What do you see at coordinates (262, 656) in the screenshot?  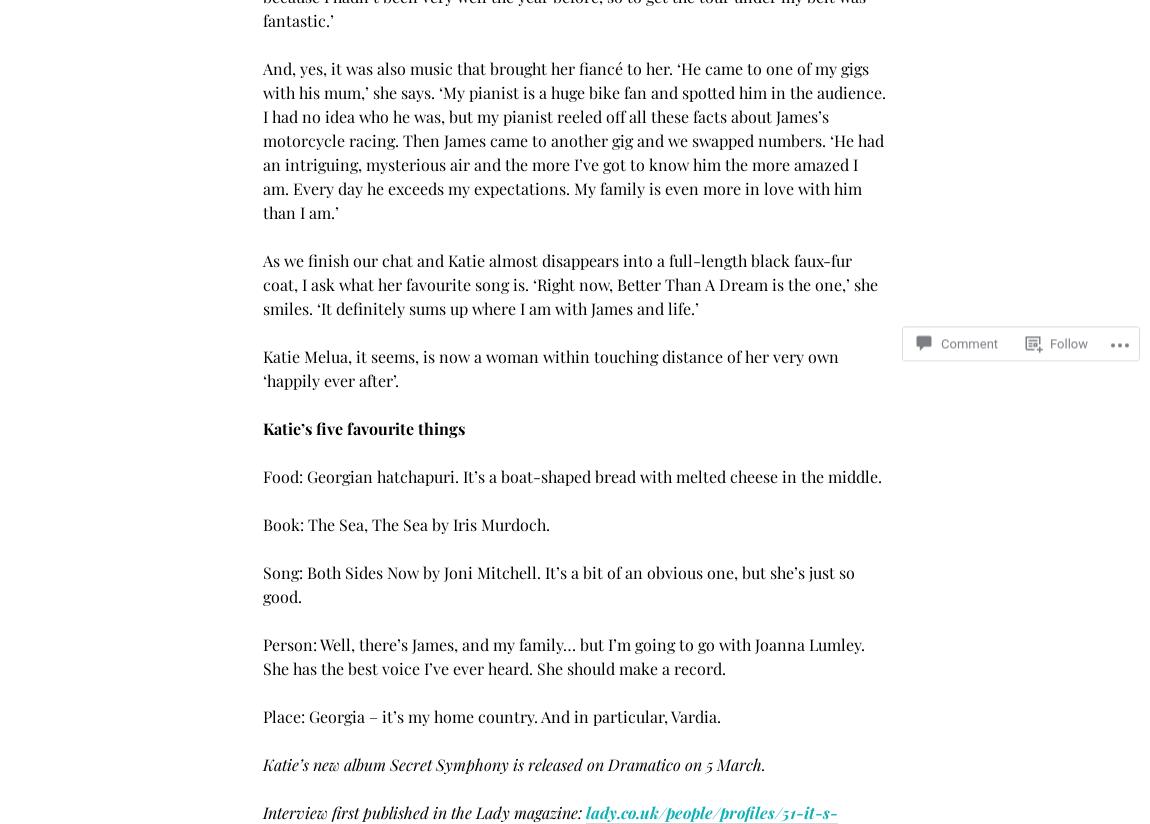 I see `'Person: Well, there’s James, and my family… but I’m going to go with Joanna Lumley. She has the best voice I’ve ever heard. She should make a record.'` at bounding box center [262, 656].